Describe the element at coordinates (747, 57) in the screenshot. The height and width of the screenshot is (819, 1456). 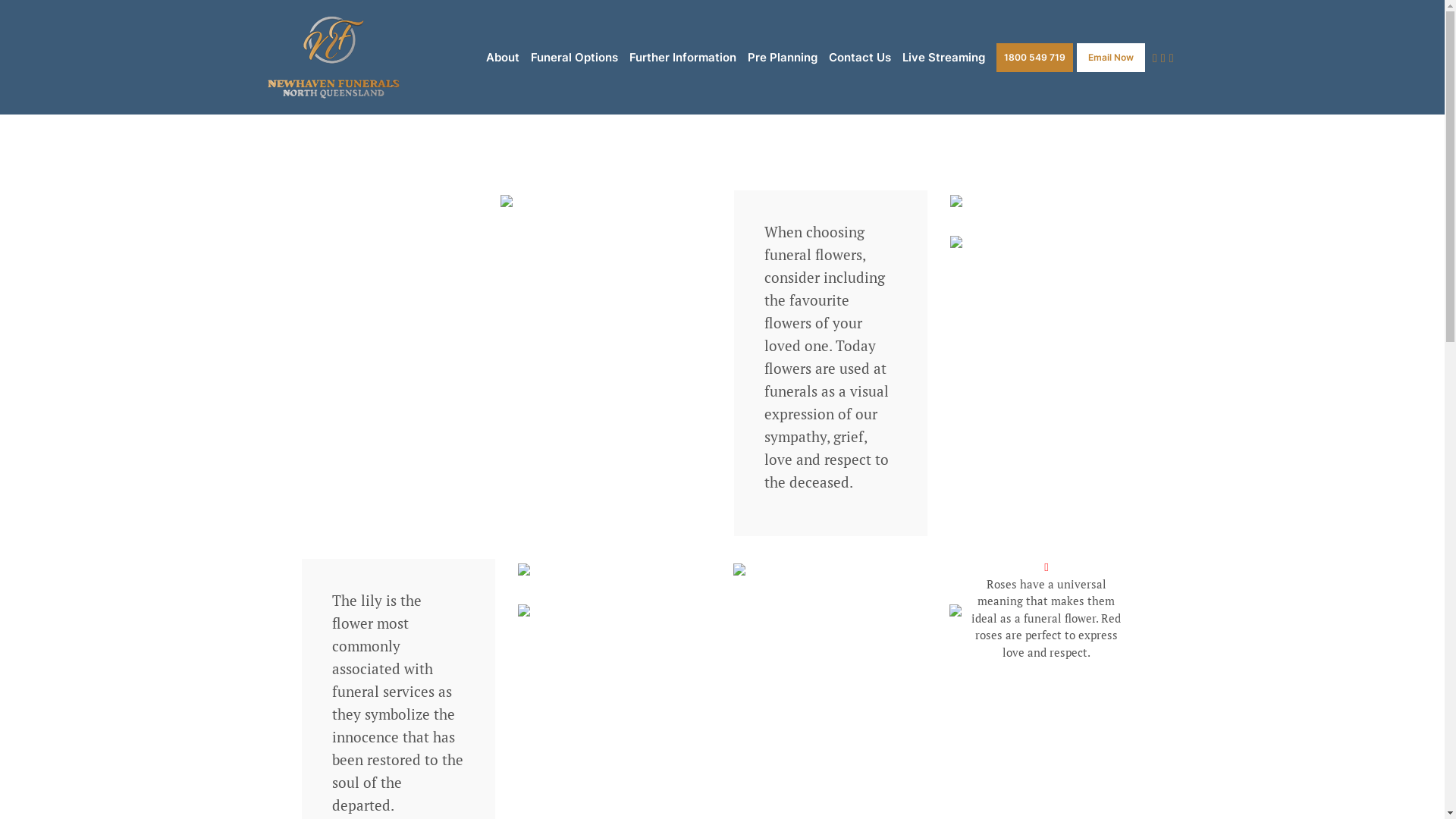
I see `'Pre Planning'` at that location.